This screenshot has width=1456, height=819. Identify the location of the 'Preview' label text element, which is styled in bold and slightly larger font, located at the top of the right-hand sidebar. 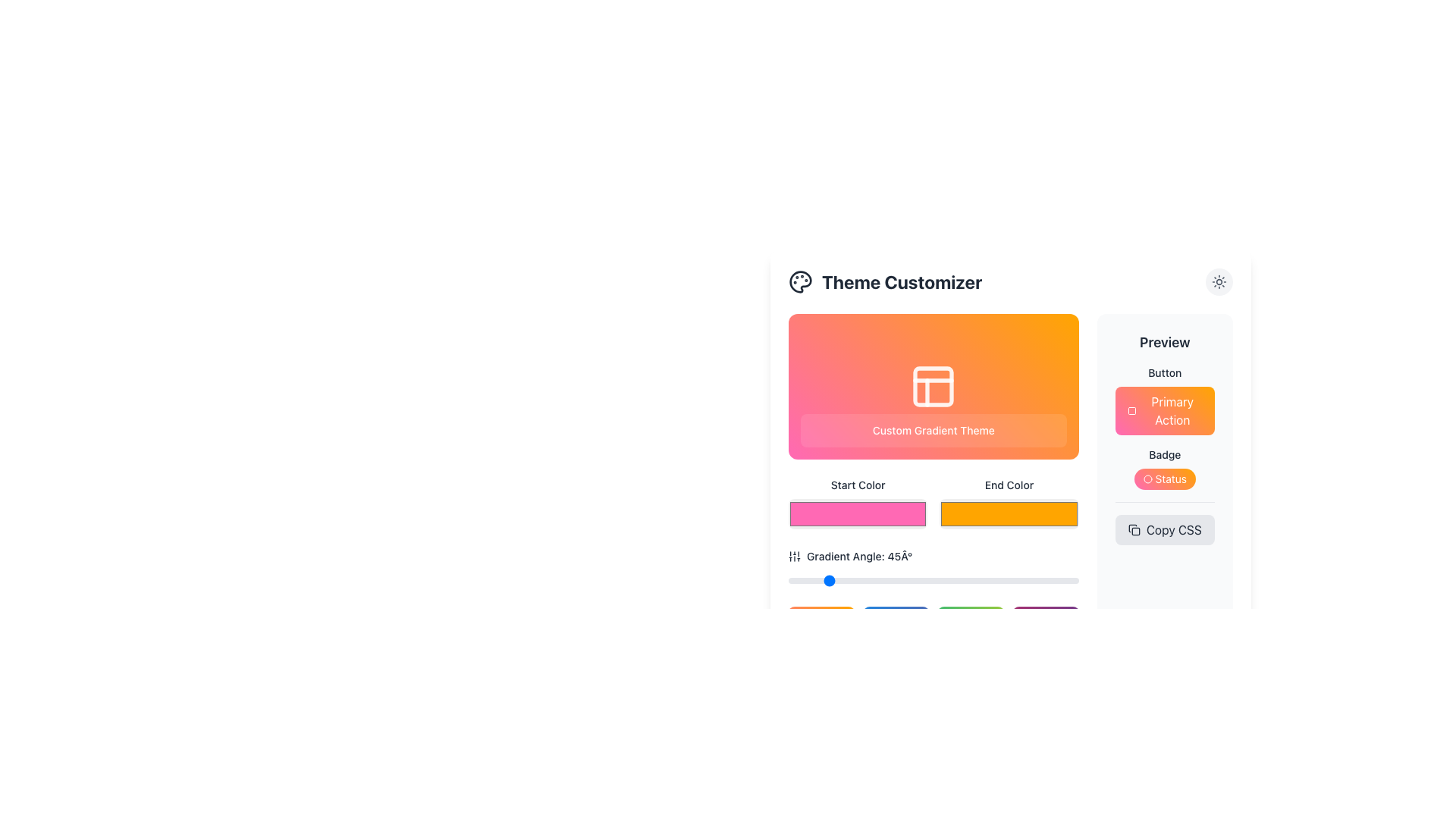
(1164, 342).